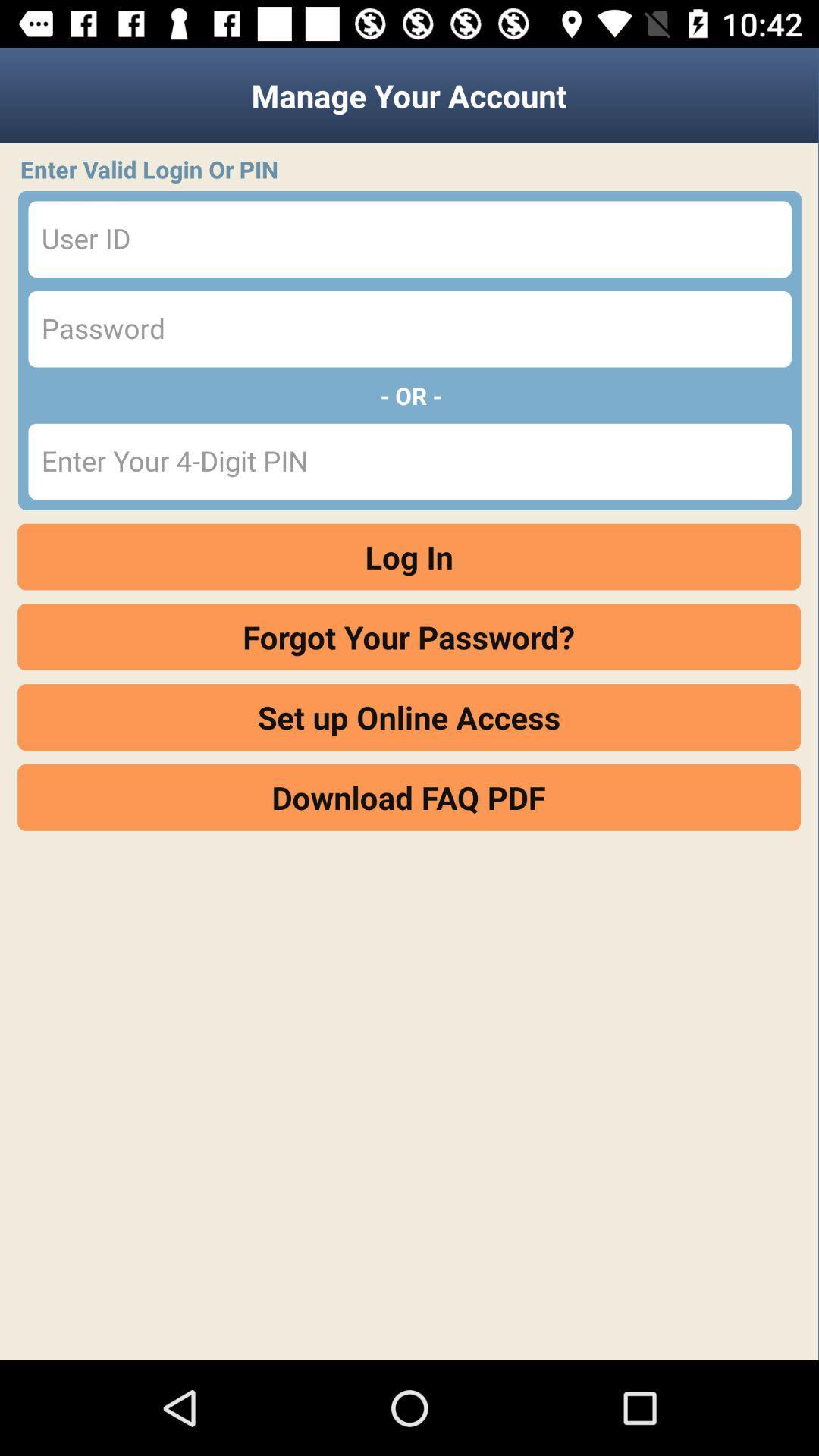  I want to click on the icon above the forgot your password? icon, so click(408, 556).